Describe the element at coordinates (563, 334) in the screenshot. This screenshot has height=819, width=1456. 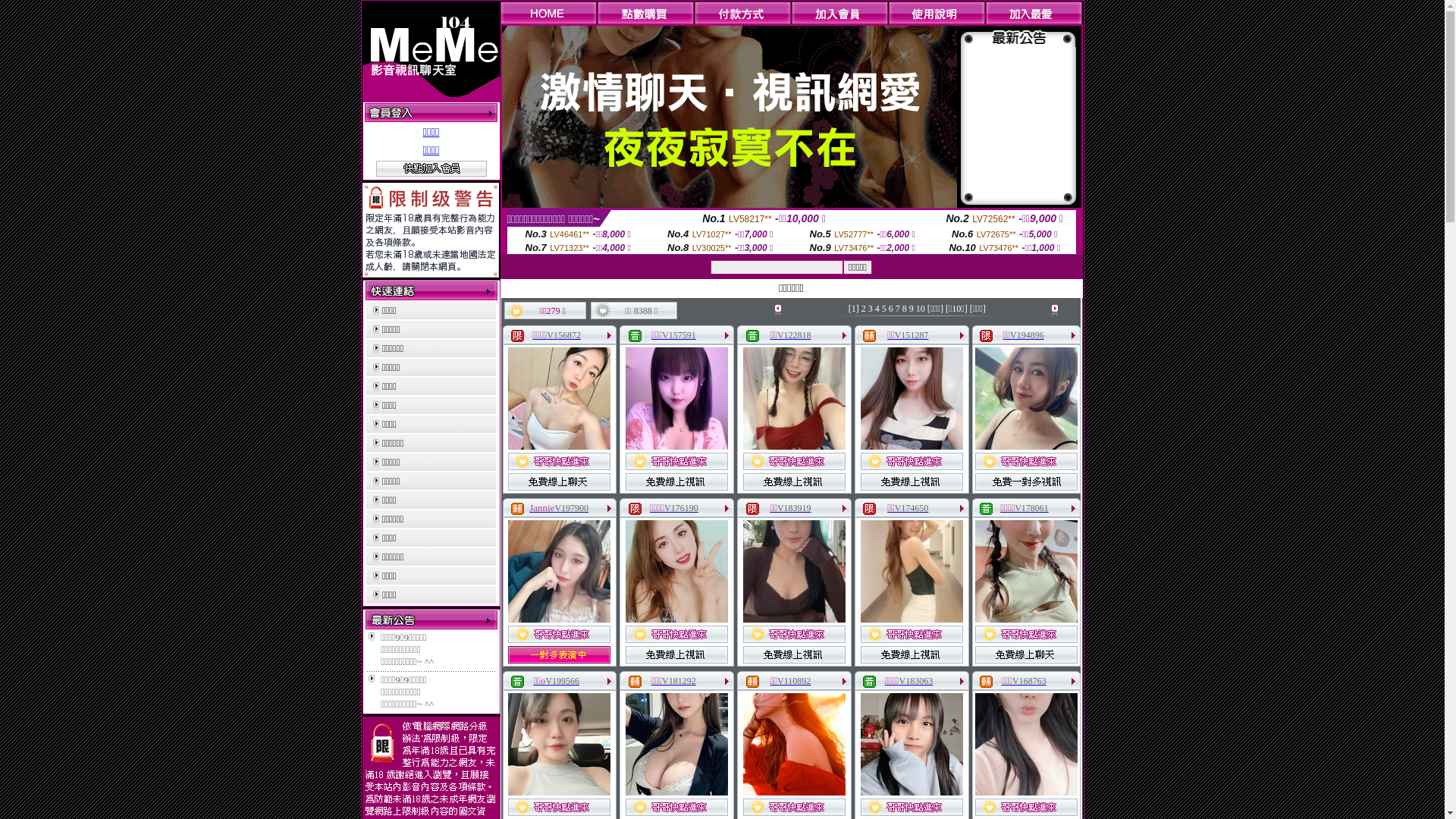
I see `'V156872'` at that location.